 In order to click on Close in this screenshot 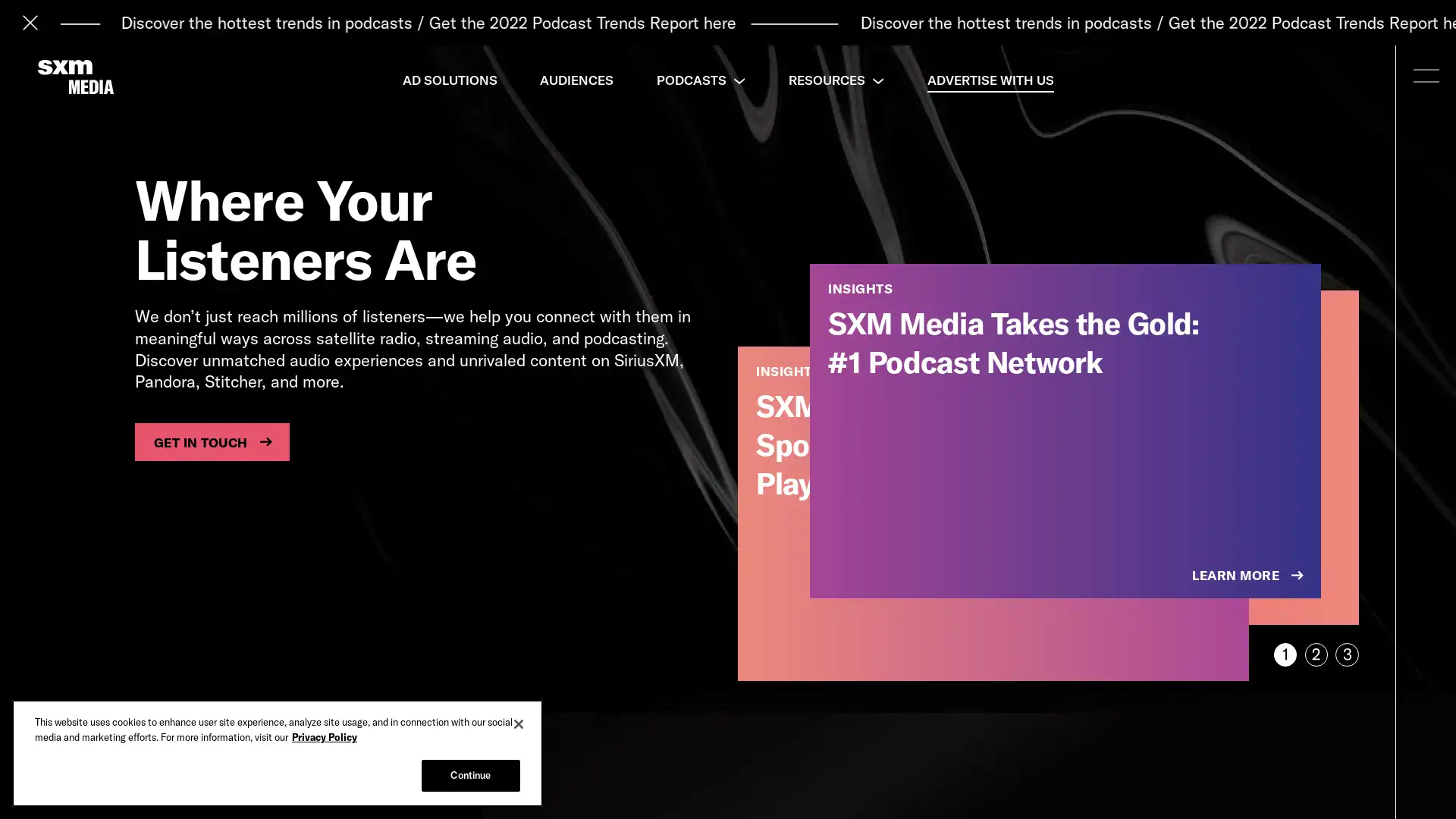, I will do `click(519, 723)`.